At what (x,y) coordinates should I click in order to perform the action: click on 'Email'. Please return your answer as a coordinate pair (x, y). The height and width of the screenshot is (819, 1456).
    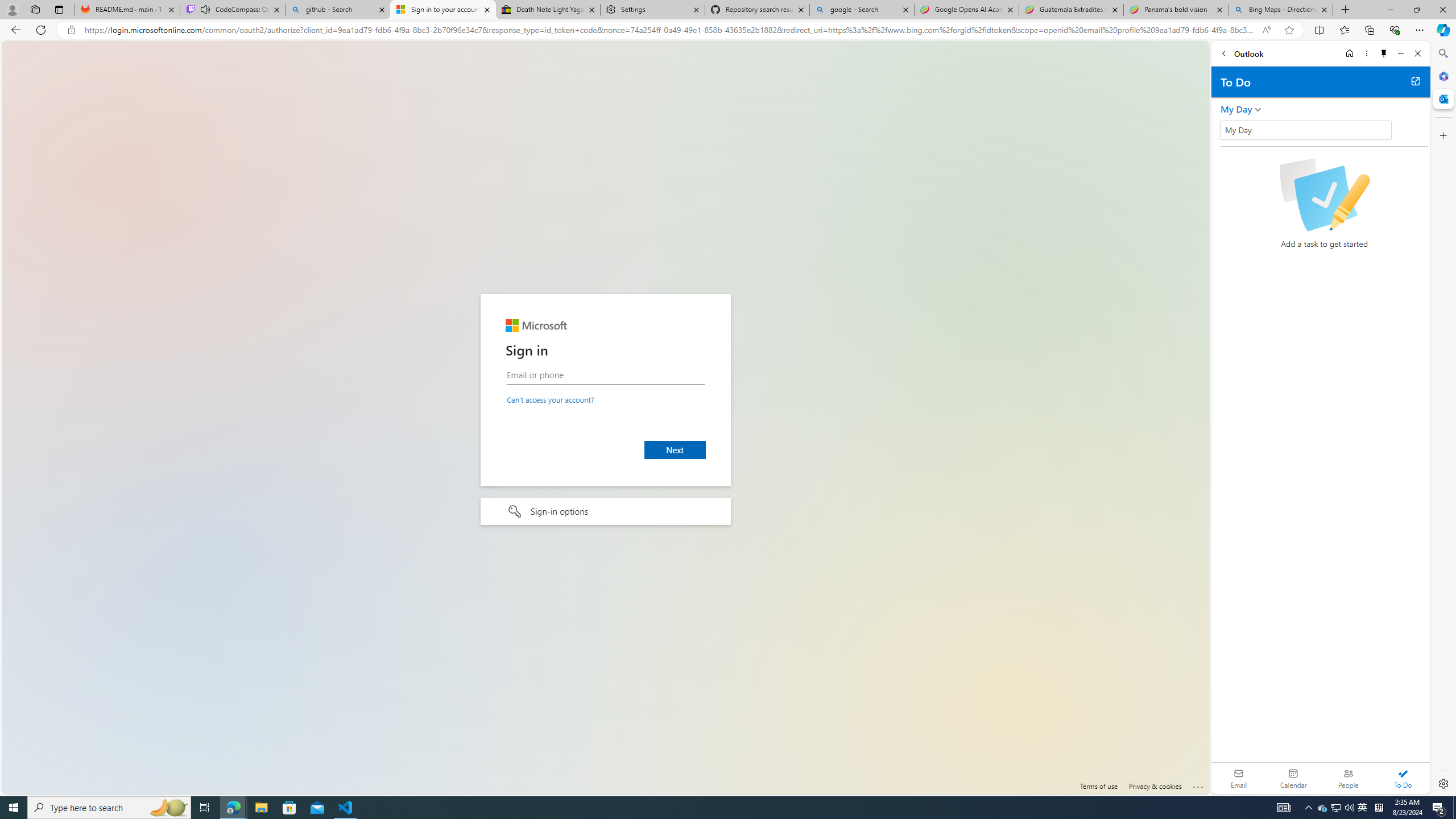
    Looking at the image, I should click on (1238, 777).